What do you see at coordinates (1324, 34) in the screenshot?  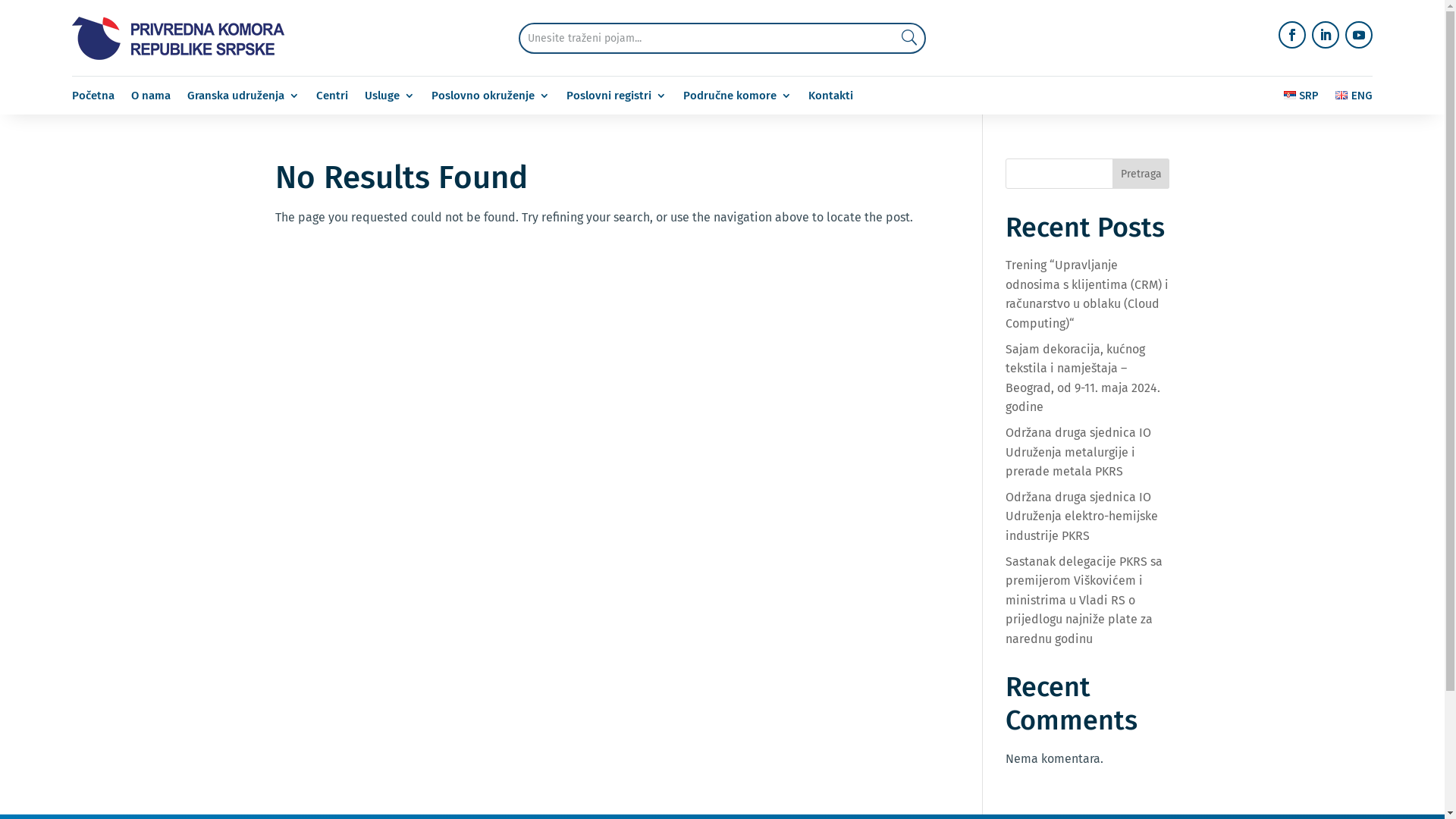 I see `'Follow on LinkedIn'` at bounding box center [1324, 34].